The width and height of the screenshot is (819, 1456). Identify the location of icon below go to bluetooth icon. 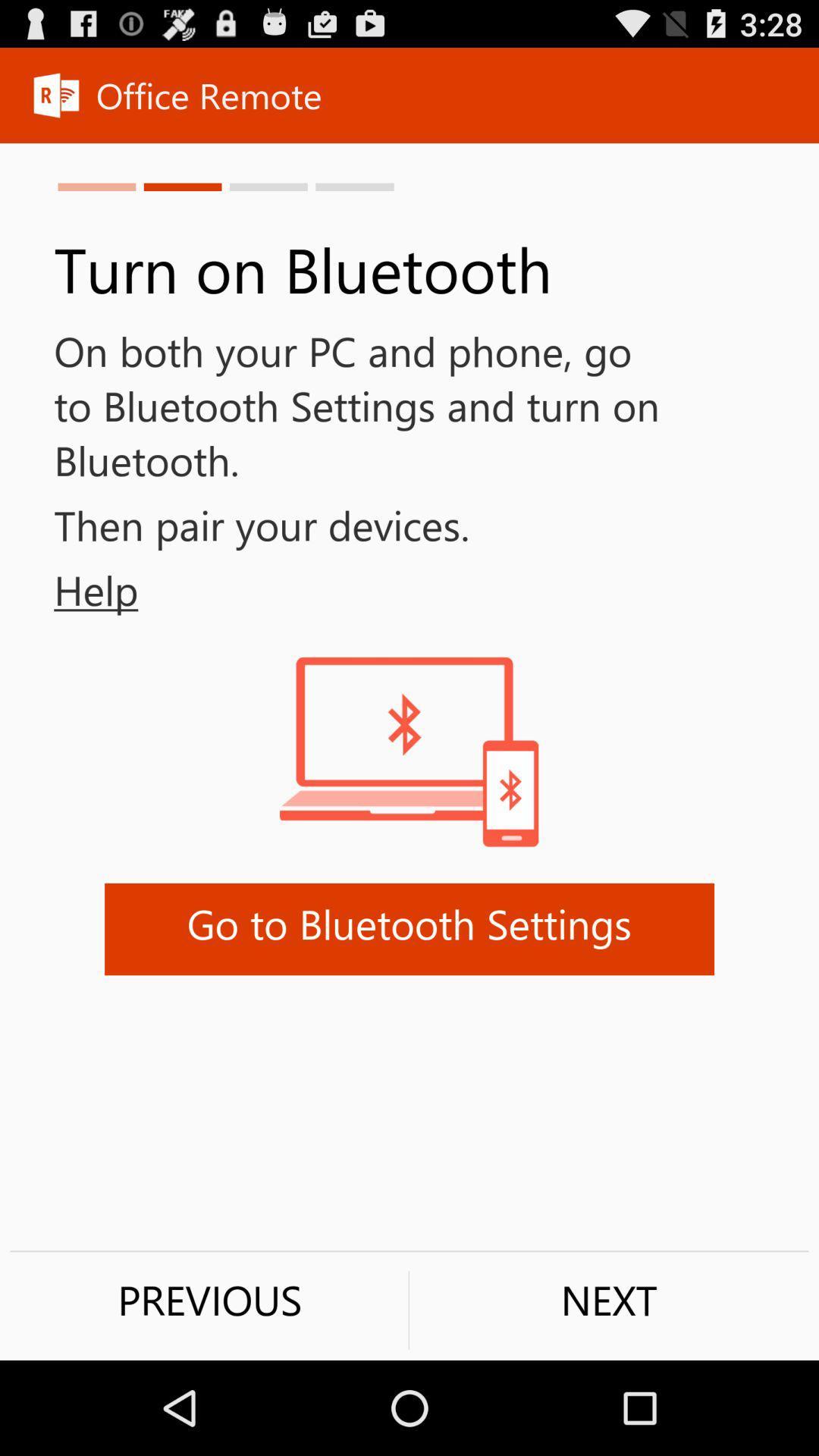
(209, 1299).